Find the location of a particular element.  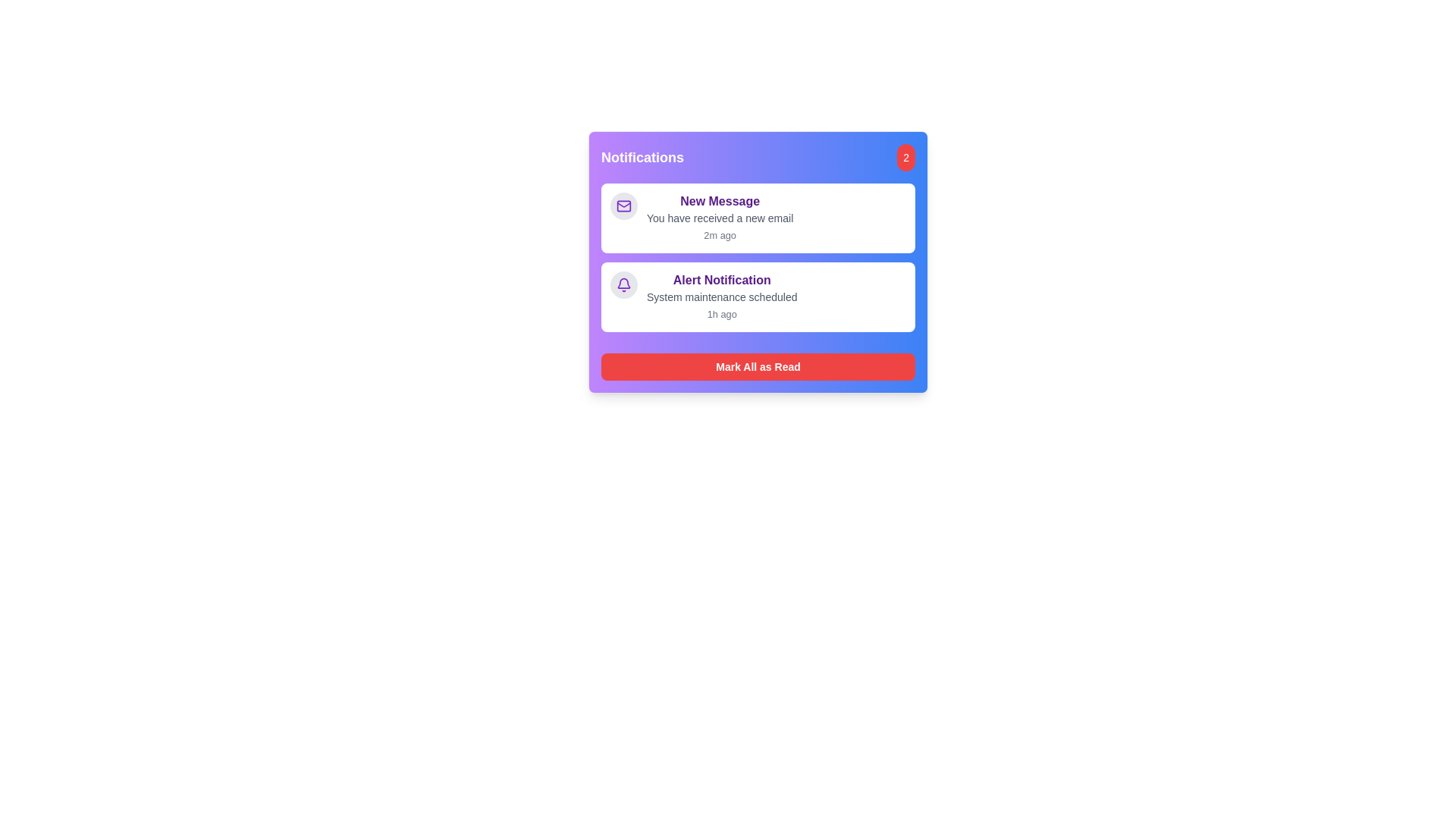

the 'Alert Notification' text label which is prominently displayed in purple bold font and located within the notification card, above the 'Mark All as Read' button is located at coordinates (721, 281).